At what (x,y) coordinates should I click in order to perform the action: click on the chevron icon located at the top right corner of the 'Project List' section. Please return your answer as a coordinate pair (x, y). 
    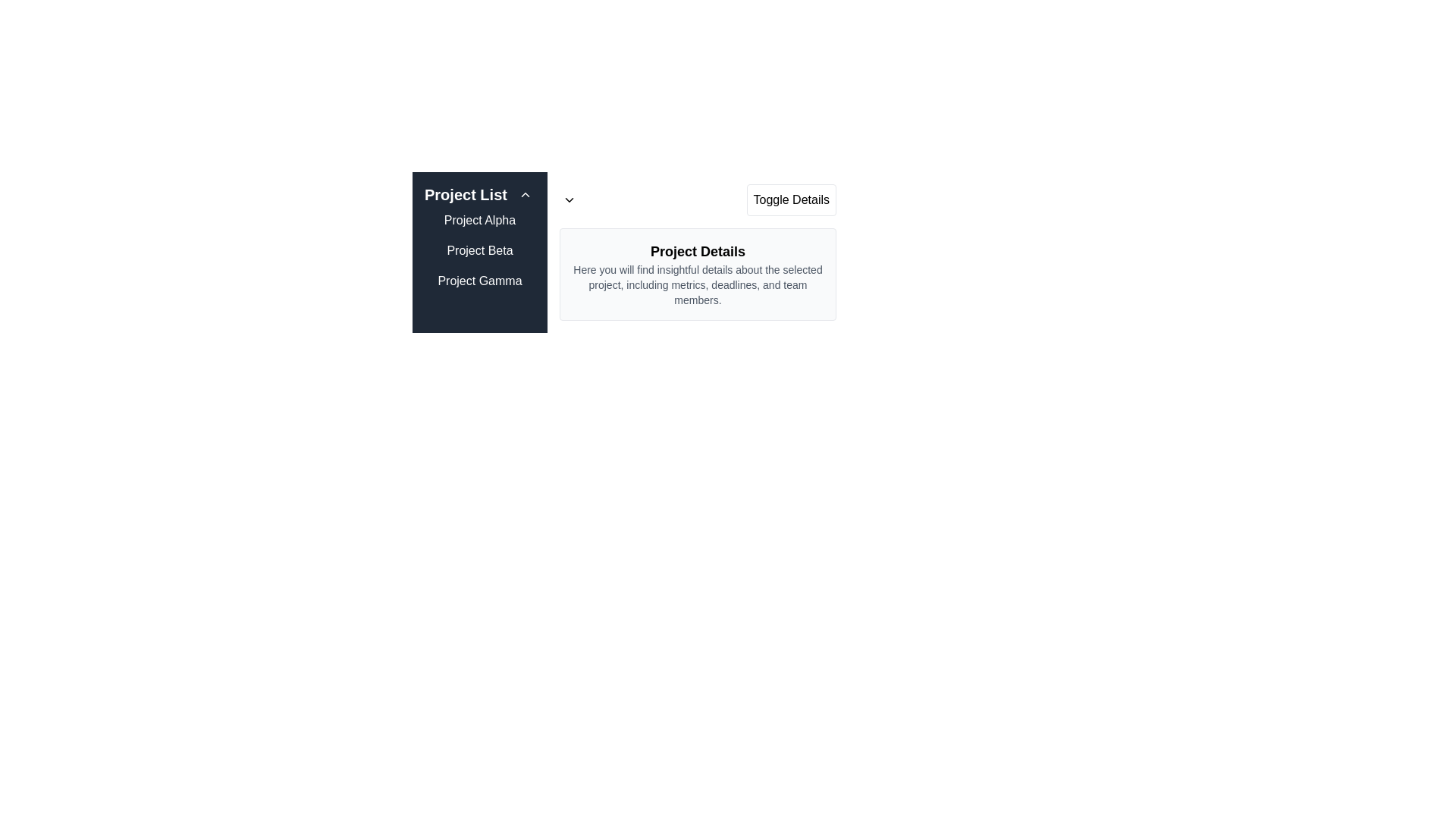
    Looking at the image, I should click on (568, 199).